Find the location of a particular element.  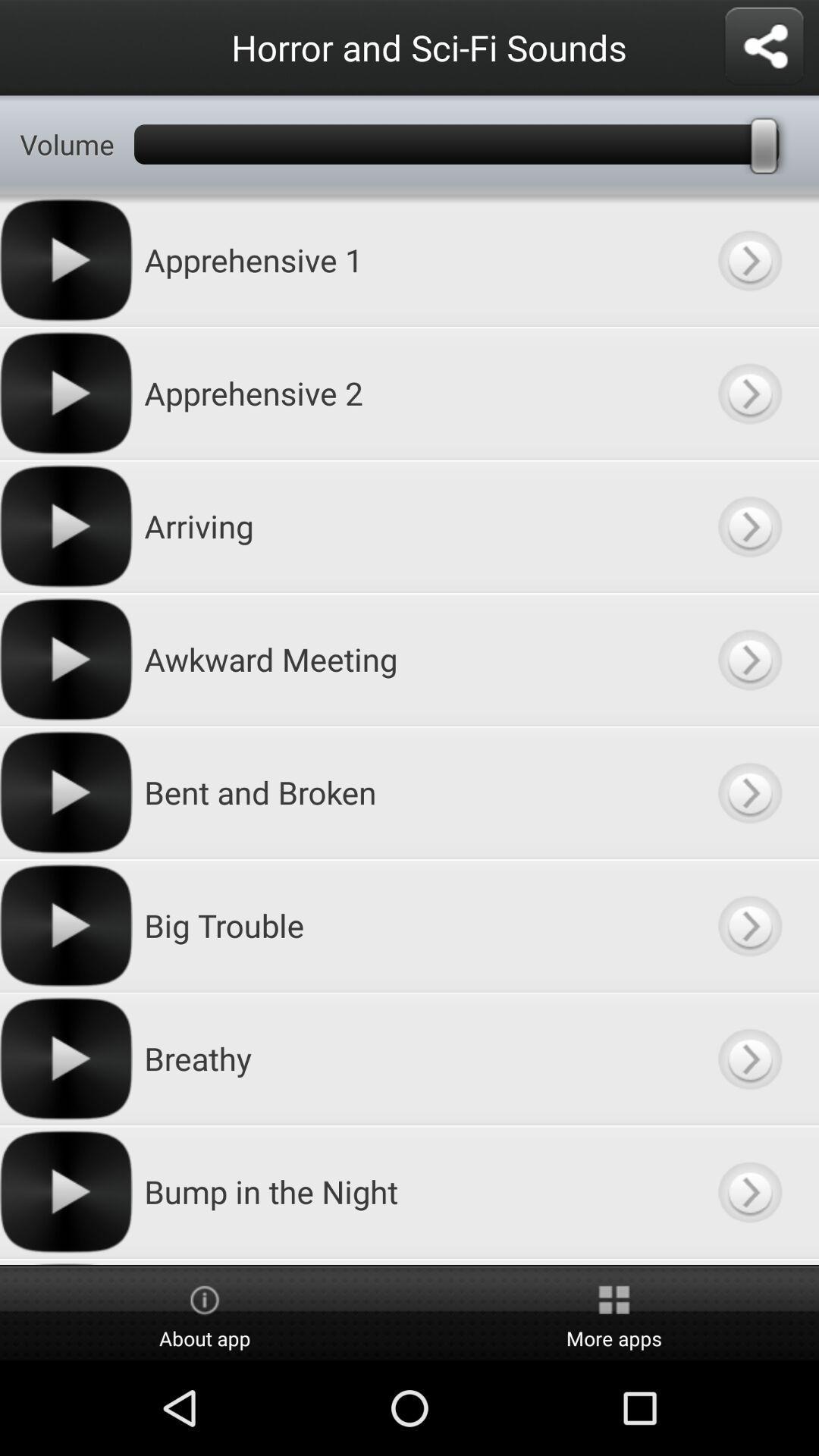

compartilhar artigo is located at coordinates (764, 47).